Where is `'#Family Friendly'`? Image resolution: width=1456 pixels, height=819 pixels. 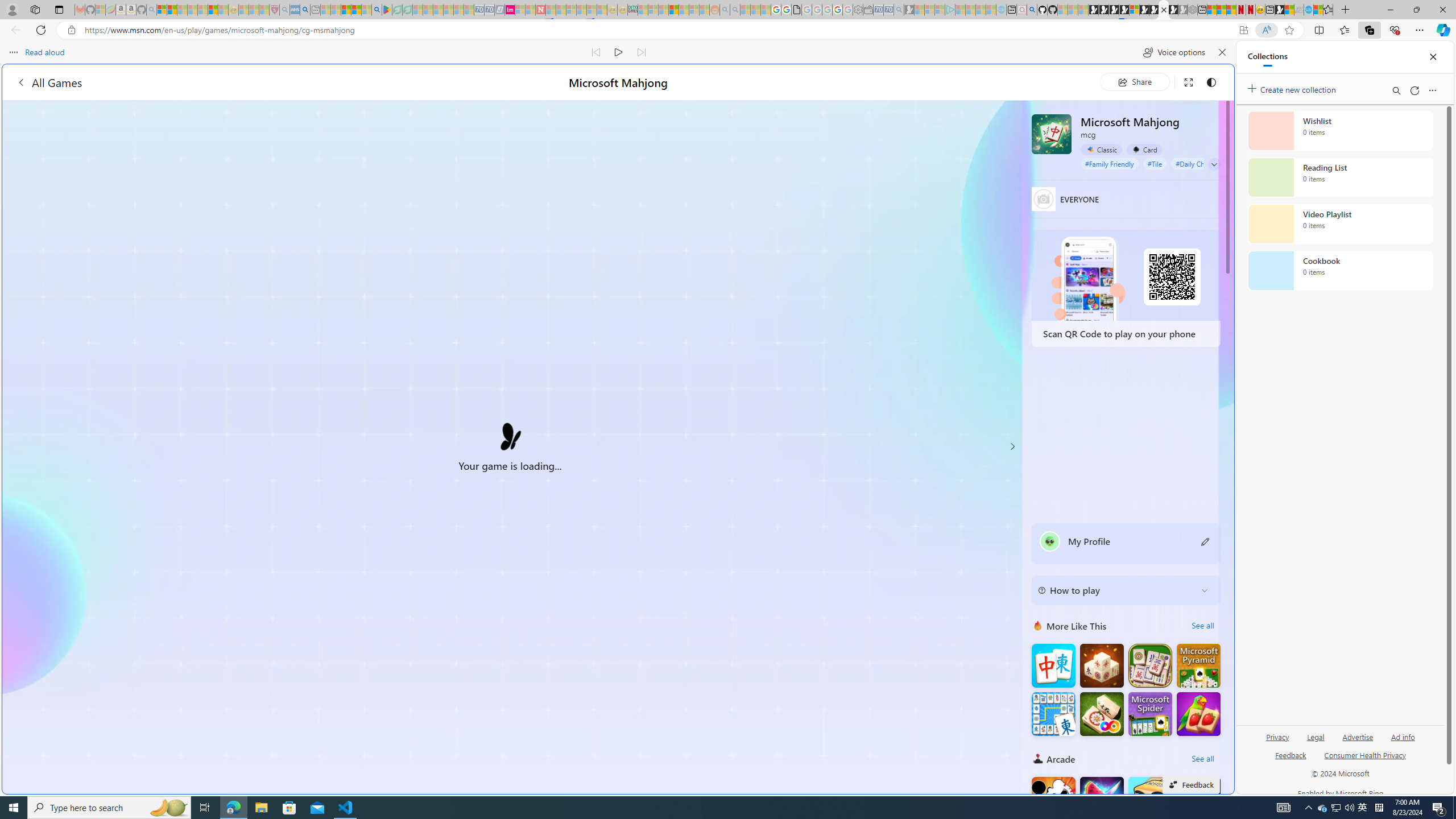 '#Family Friendly' is located at coordinates (1108, 163).